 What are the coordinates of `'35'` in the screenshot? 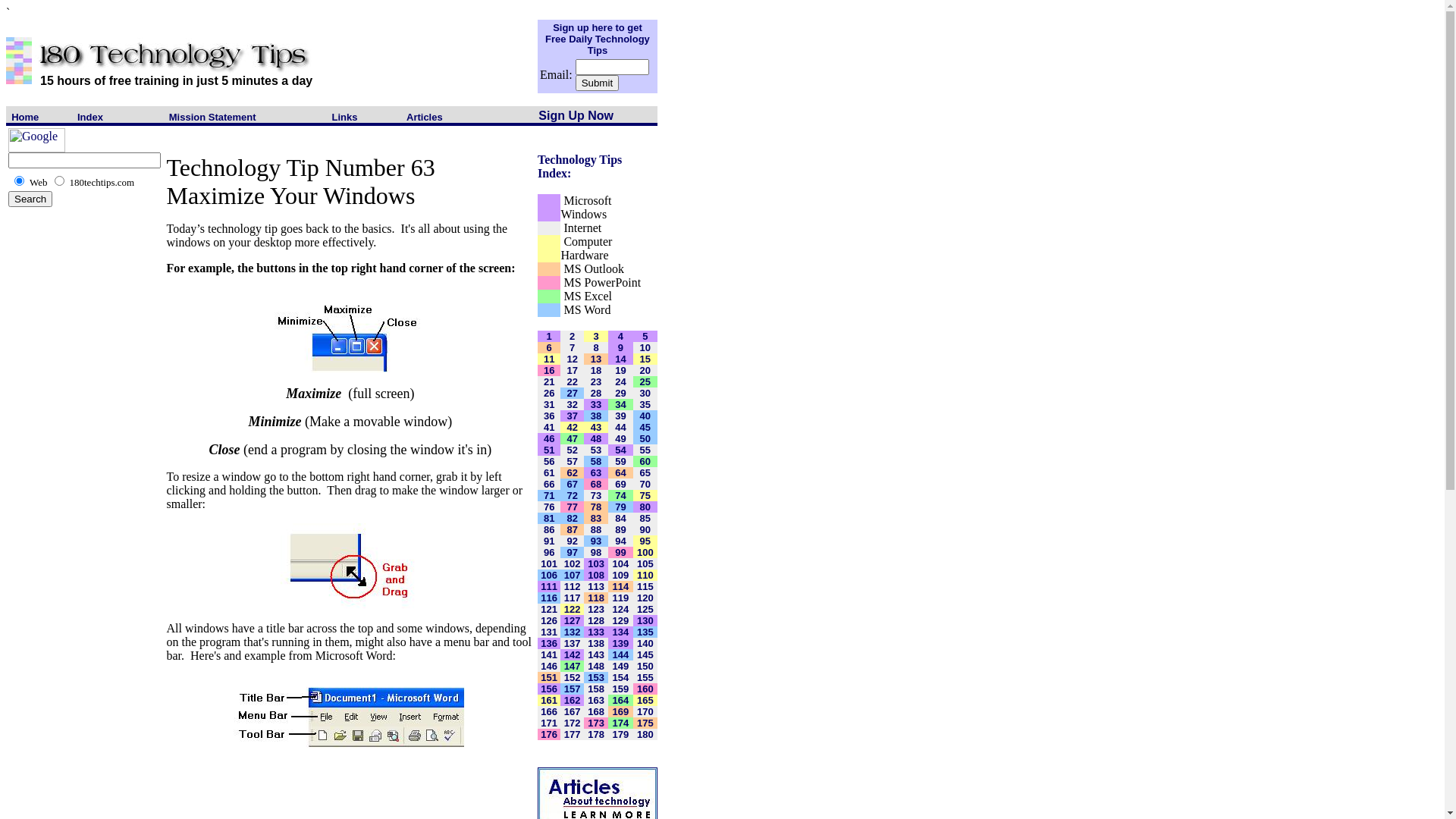 It's located at (645, 403).